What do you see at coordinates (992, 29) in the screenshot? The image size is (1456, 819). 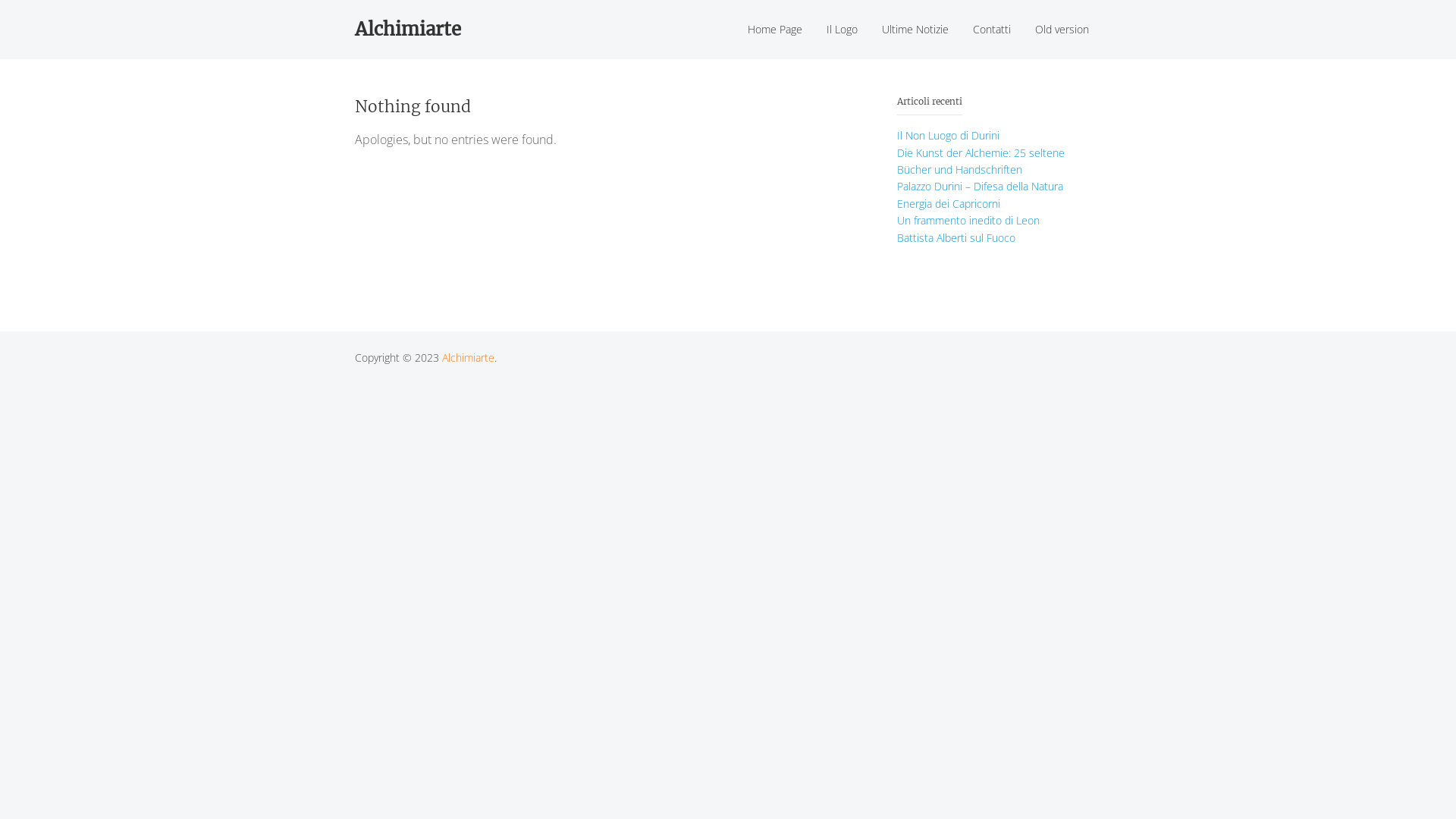 I see `'Contatti'` at bounding box center [992, 29].